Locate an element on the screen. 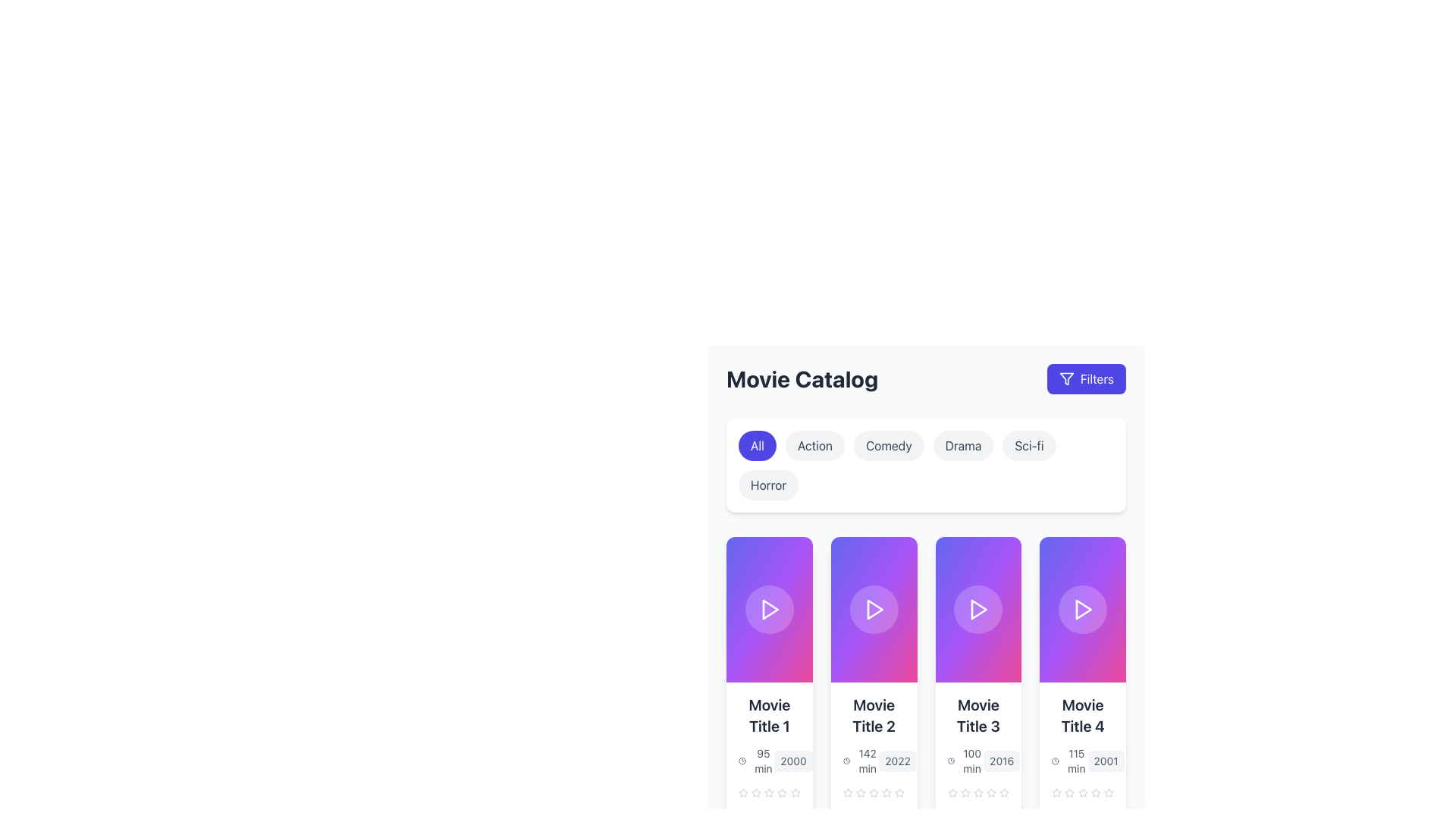  the label displaying '115 min' with a clock icon, located below 'Movie Title 4' in the fourth movie card on the far right is located at coordinates (1069, 761).